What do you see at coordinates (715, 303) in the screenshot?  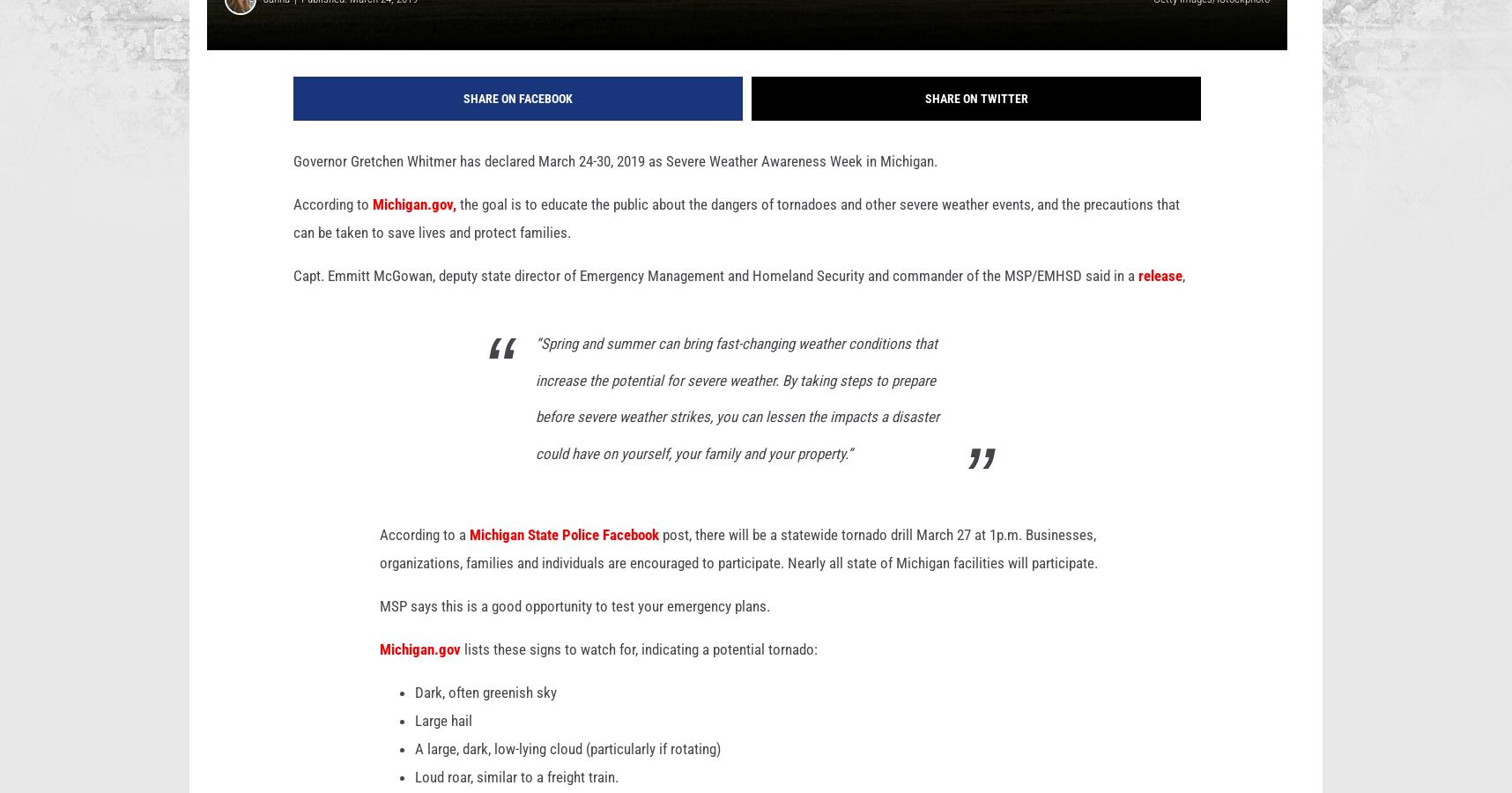 I see `'Capt. Emmitt McGowan, deputy state director of Emergency Management and Homeland Security and commander of the MSP/EMHSD said in a'` at bounding box center [715, 303].